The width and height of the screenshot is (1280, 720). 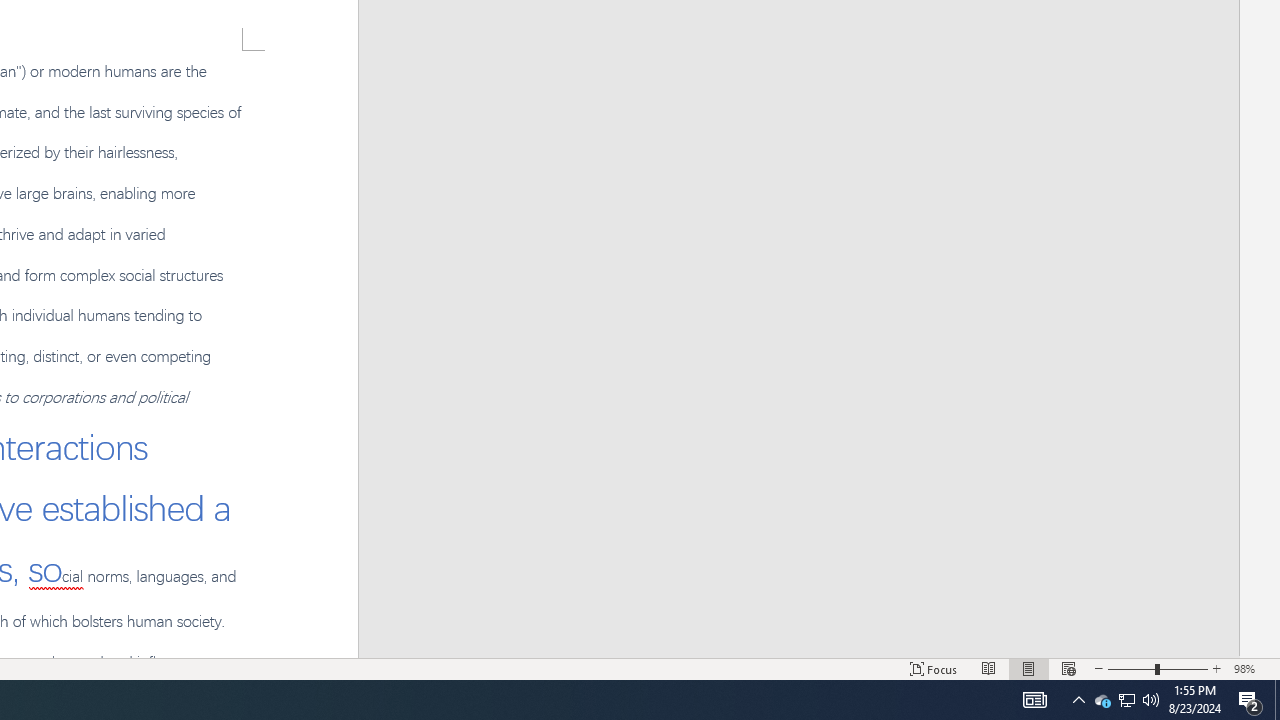 What do you see at coordinates (1250, 698) in the screenshot?
I see `'Action Center, 2 new notifications'` at bounding box center [1250, 698].